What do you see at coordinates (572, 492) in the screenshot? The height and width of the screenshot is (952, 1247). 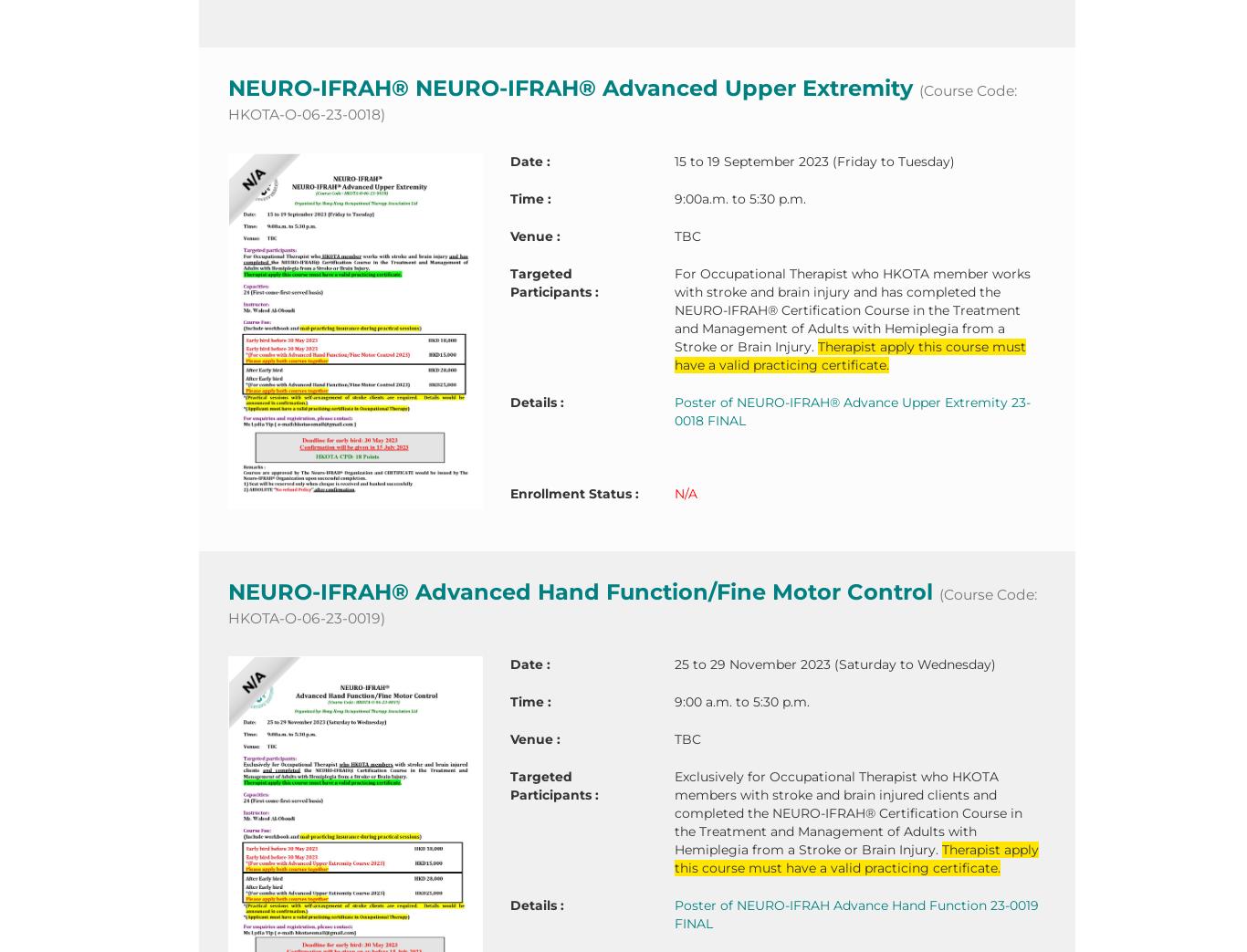 I see `'Enrollment Status :'` at bounding box center [572, 492].